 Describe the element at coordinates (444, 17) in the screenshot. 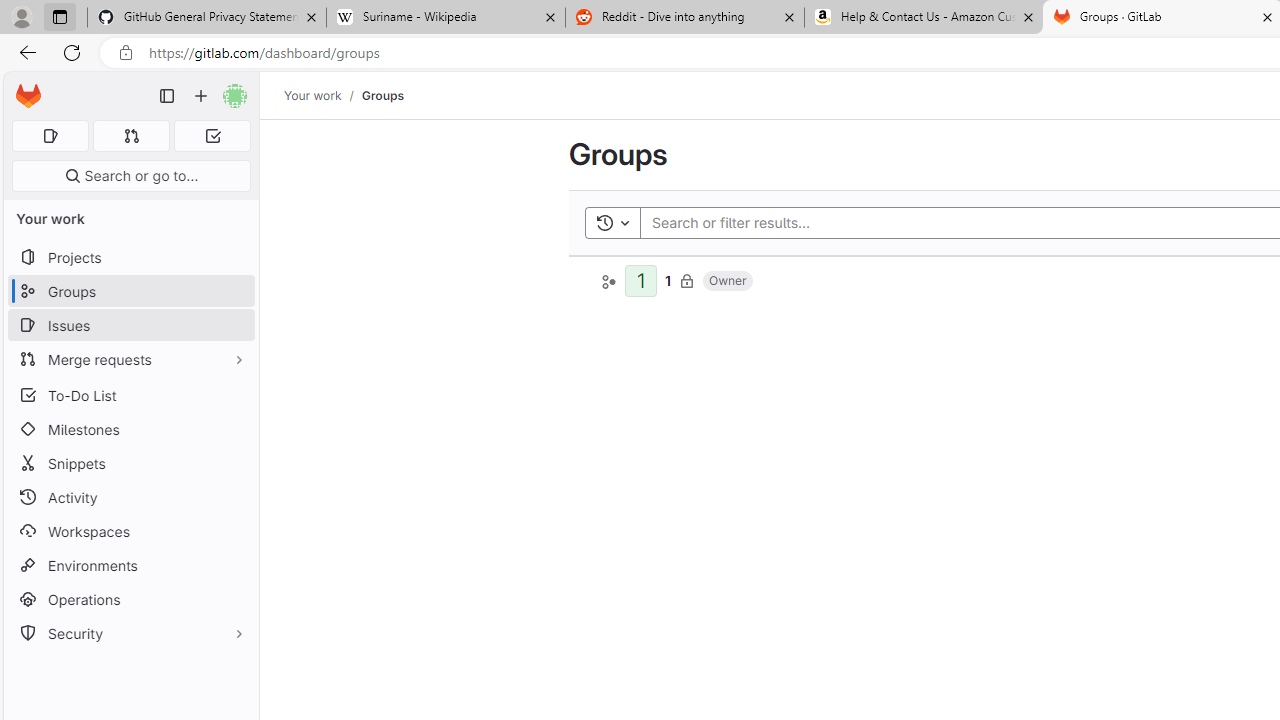

I see `'Suriname - Wikipedia'` at that location.